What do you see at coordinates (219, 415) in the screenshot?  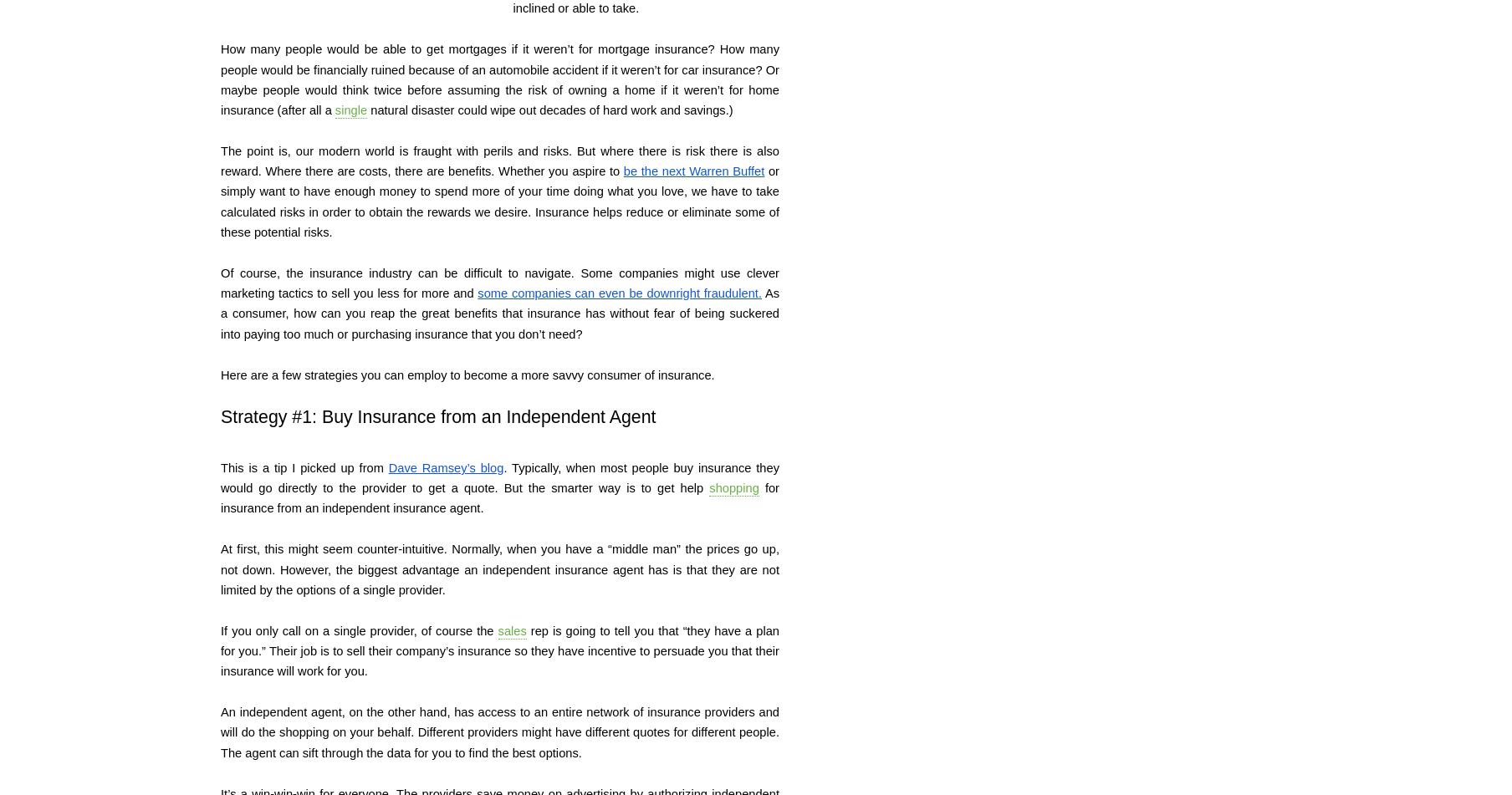 I see `'Strategy #1: Buy Insurance from an Independent Agent'` at bounding box center [219, 415].